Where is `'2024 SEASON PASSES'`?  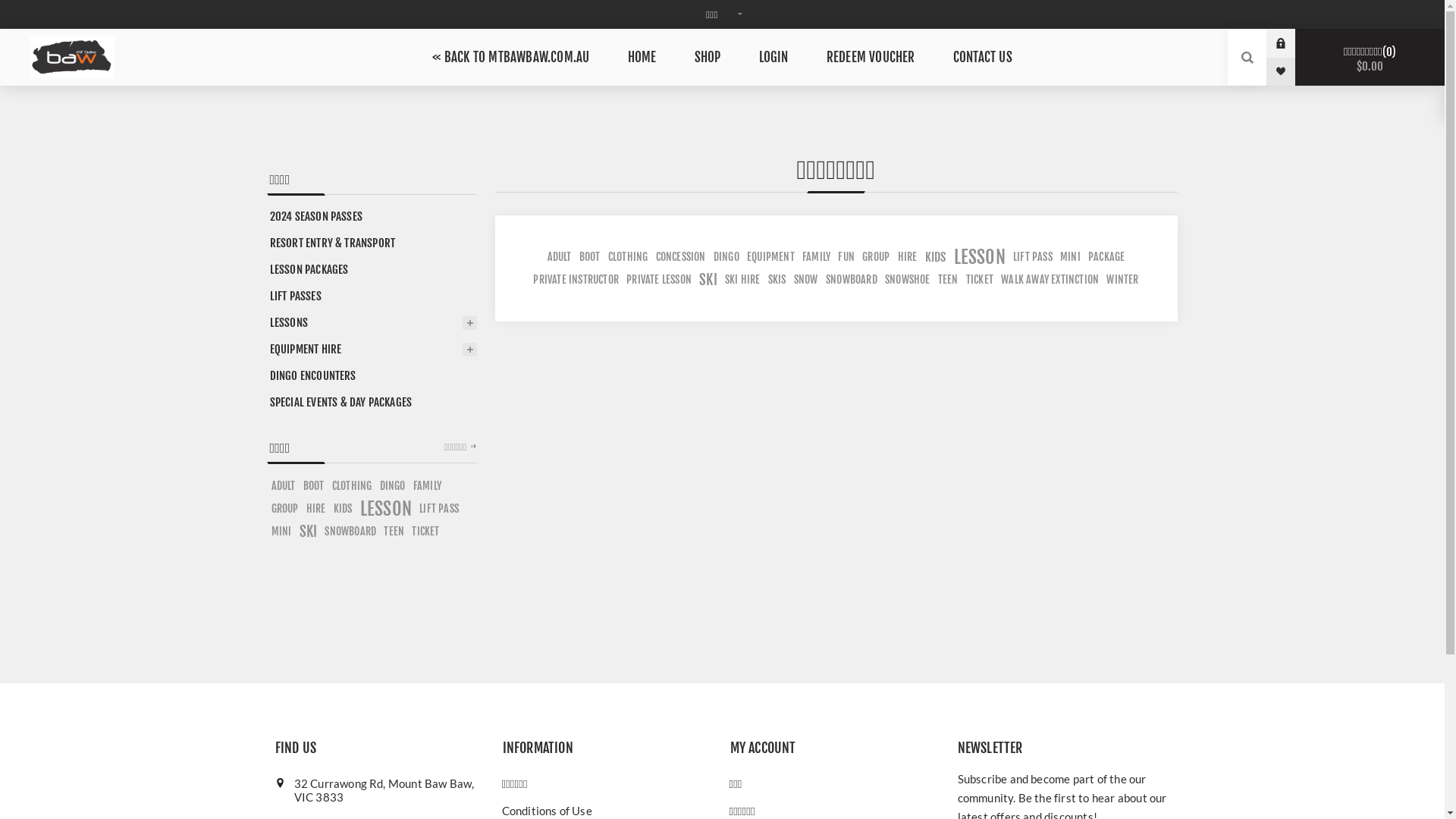
'2024 SEASON PASSES' is located at coordinates (371, 216).